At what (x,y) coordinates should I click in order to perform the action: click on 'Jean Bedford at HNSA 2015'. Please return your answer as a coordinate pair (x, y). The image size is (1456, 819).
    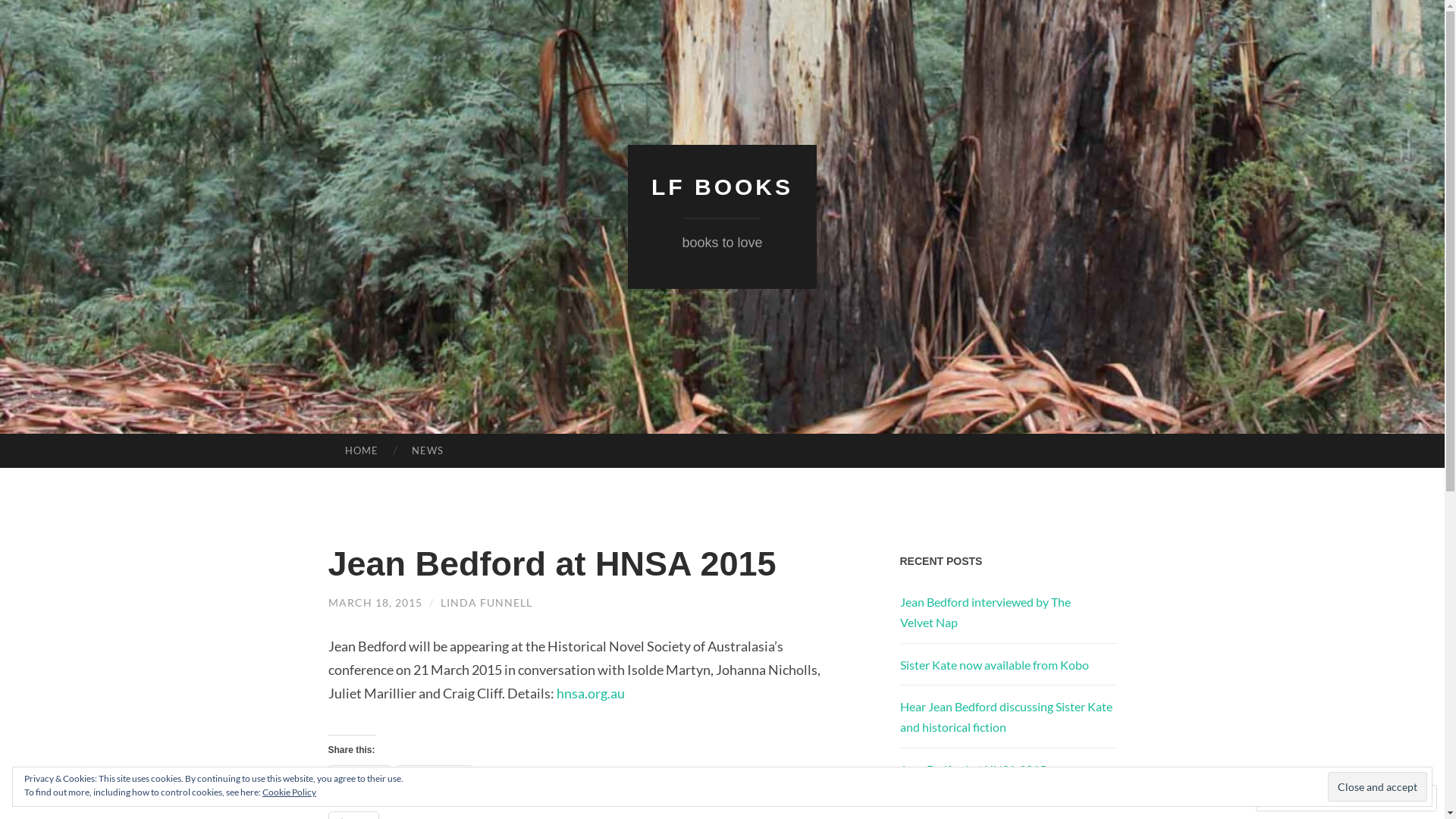
    Looking at the image, I should click on (972, 769).